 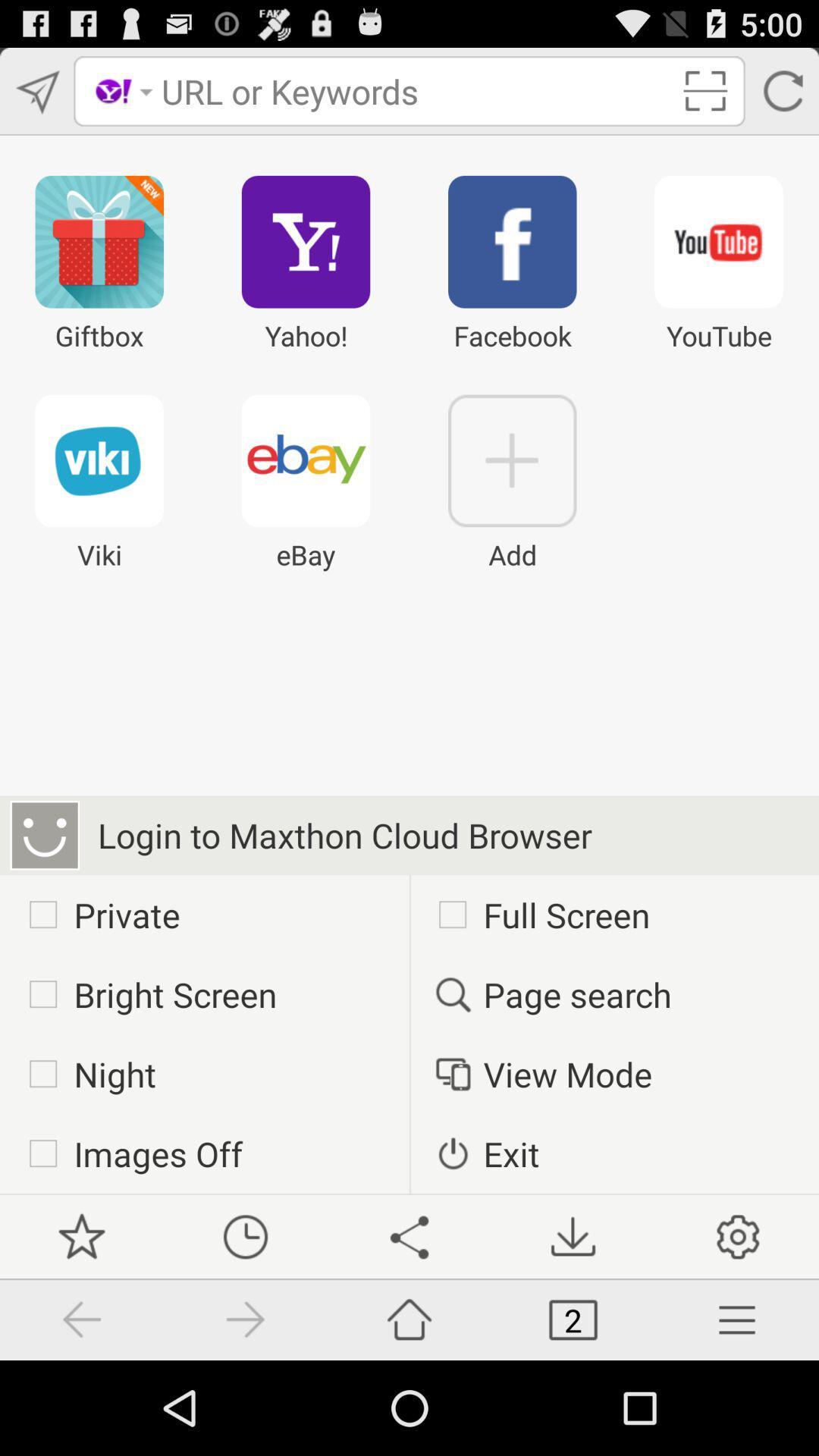 What do you see at coordinates (409, 1323) in the screenshot?
I see `the share icon` at bounding box center [409, 1323].